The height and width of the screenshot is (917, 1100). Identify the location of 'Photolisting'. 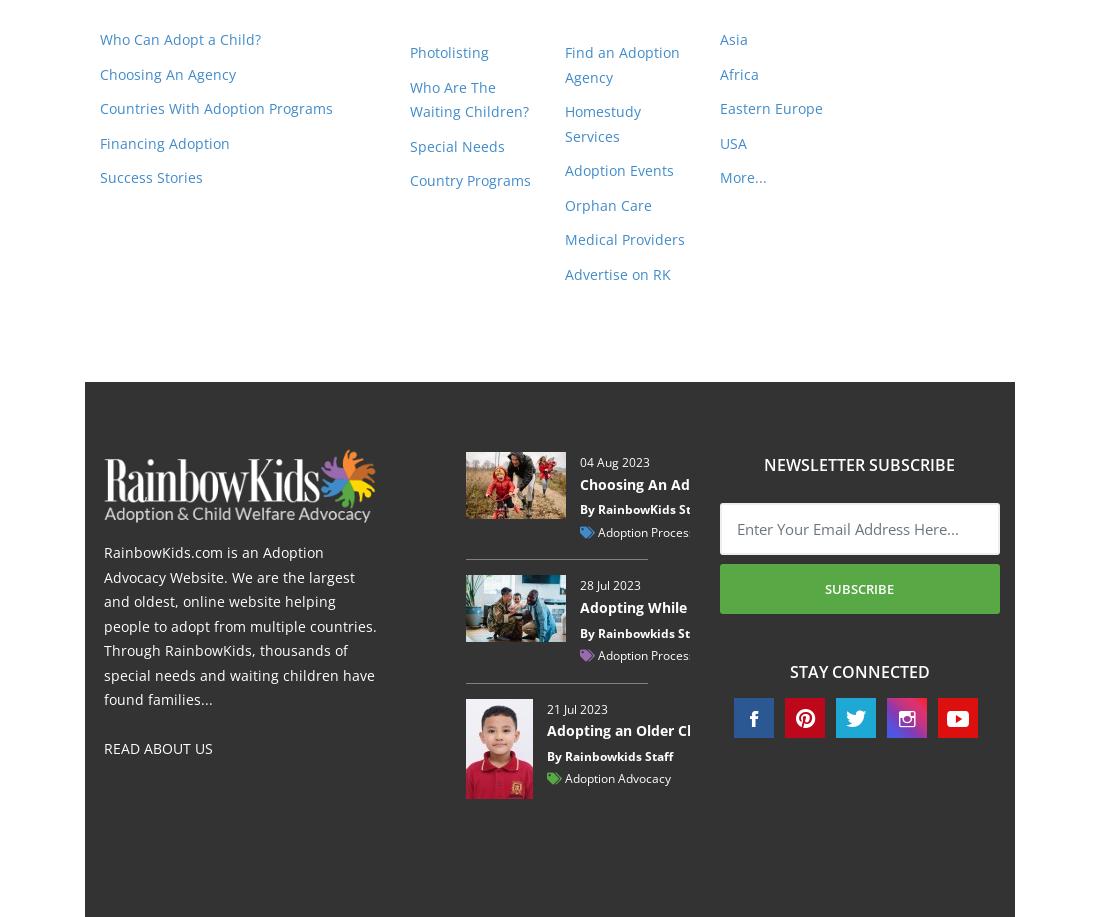
(408, 52).